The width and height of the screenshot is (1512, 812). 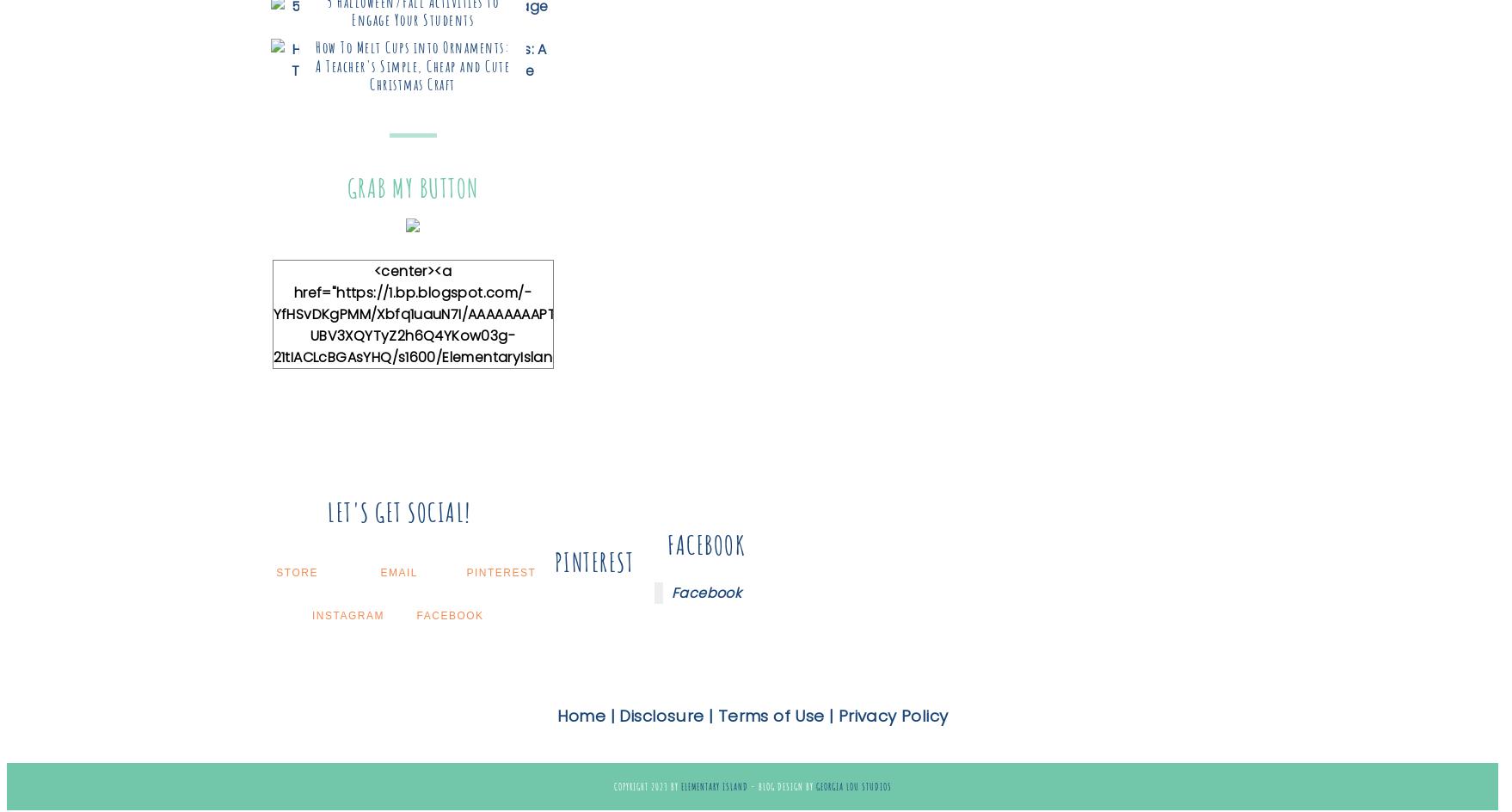 What do you see at coordinates (347, 614) in the screenshot?
I see `'Instagram'` at bounding box center [347, 614].